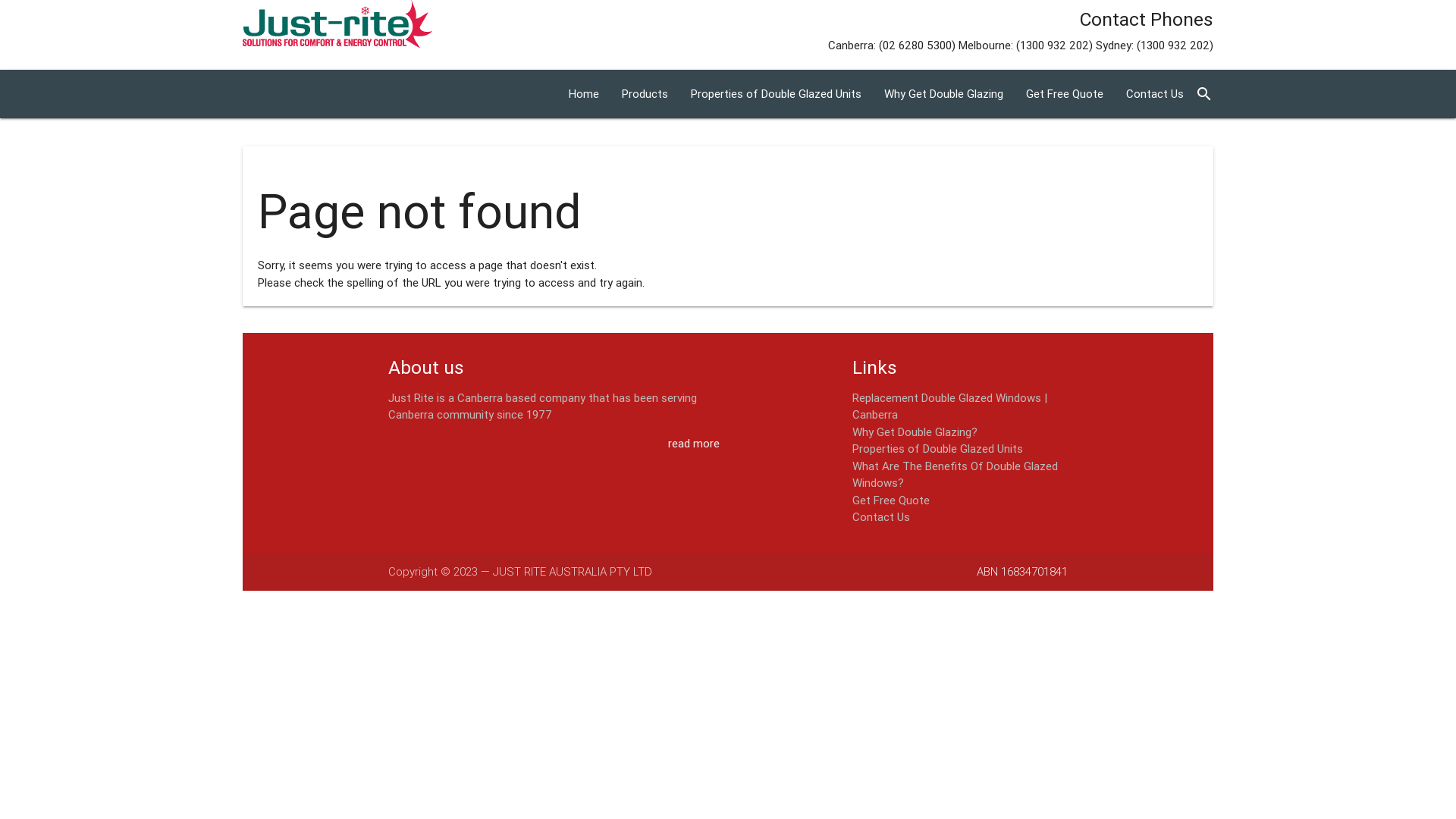 This screenshot has height=819, width=1456. What do you see at coordinates (954, 472) in the screenshot?
I see `'What Are The Benefits Of Double Glazed Windows?'` at bounding box center [954, 472].